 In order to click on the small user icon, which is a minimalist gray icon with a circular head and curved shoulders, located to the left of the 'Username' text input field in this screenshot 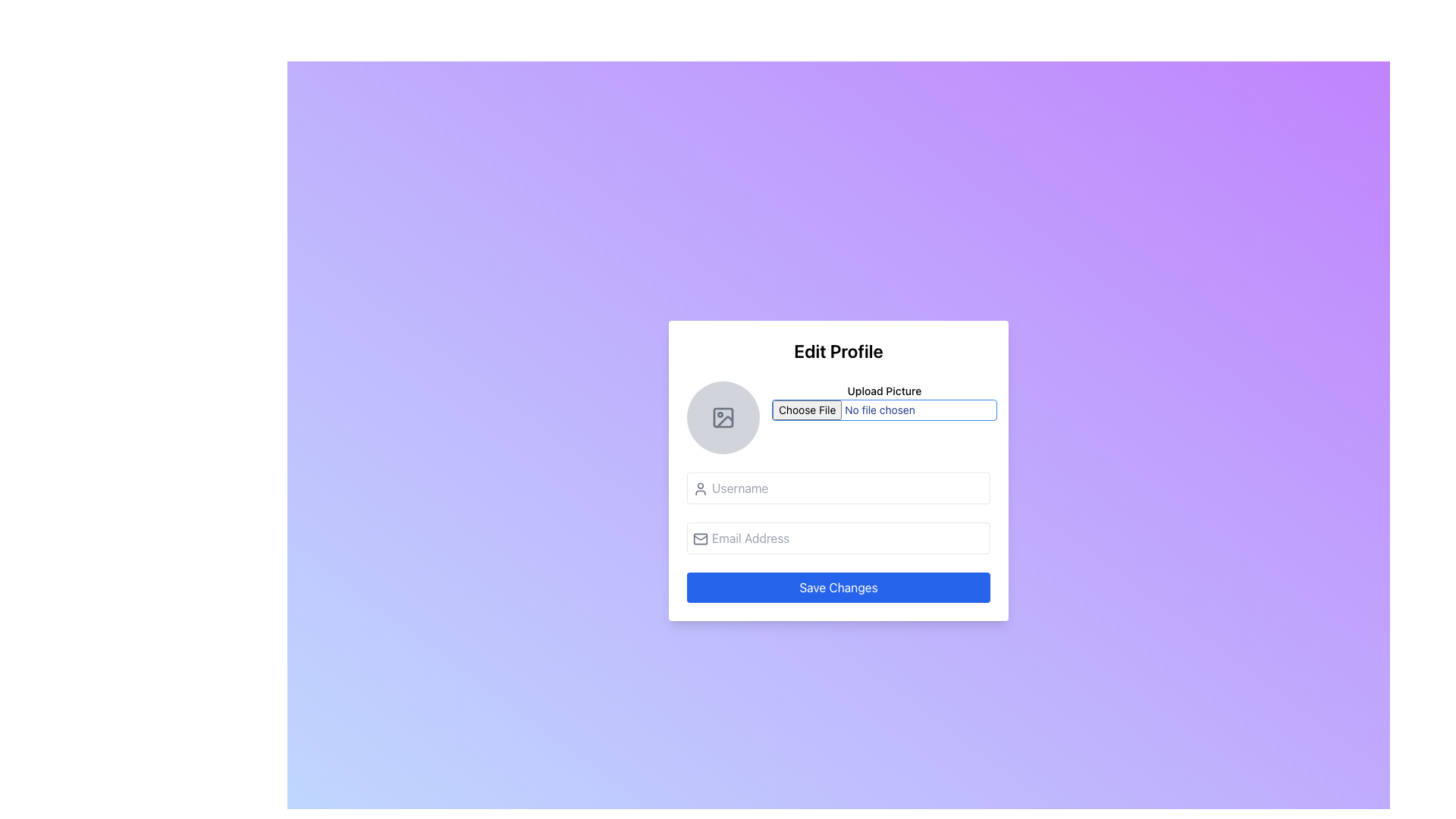, I will do `click(700, 488)`.